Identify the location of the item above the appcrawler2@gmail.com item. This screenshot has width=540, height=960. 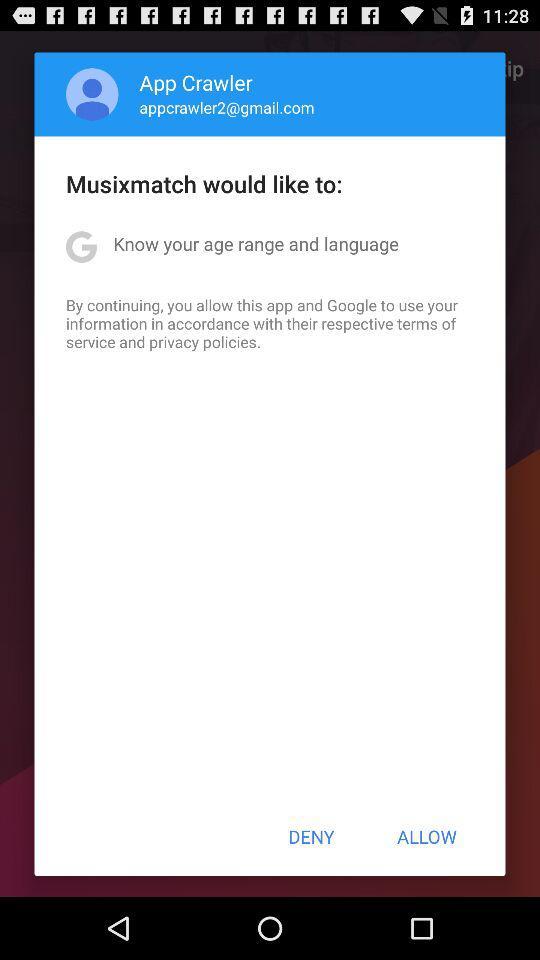
(196, 82).